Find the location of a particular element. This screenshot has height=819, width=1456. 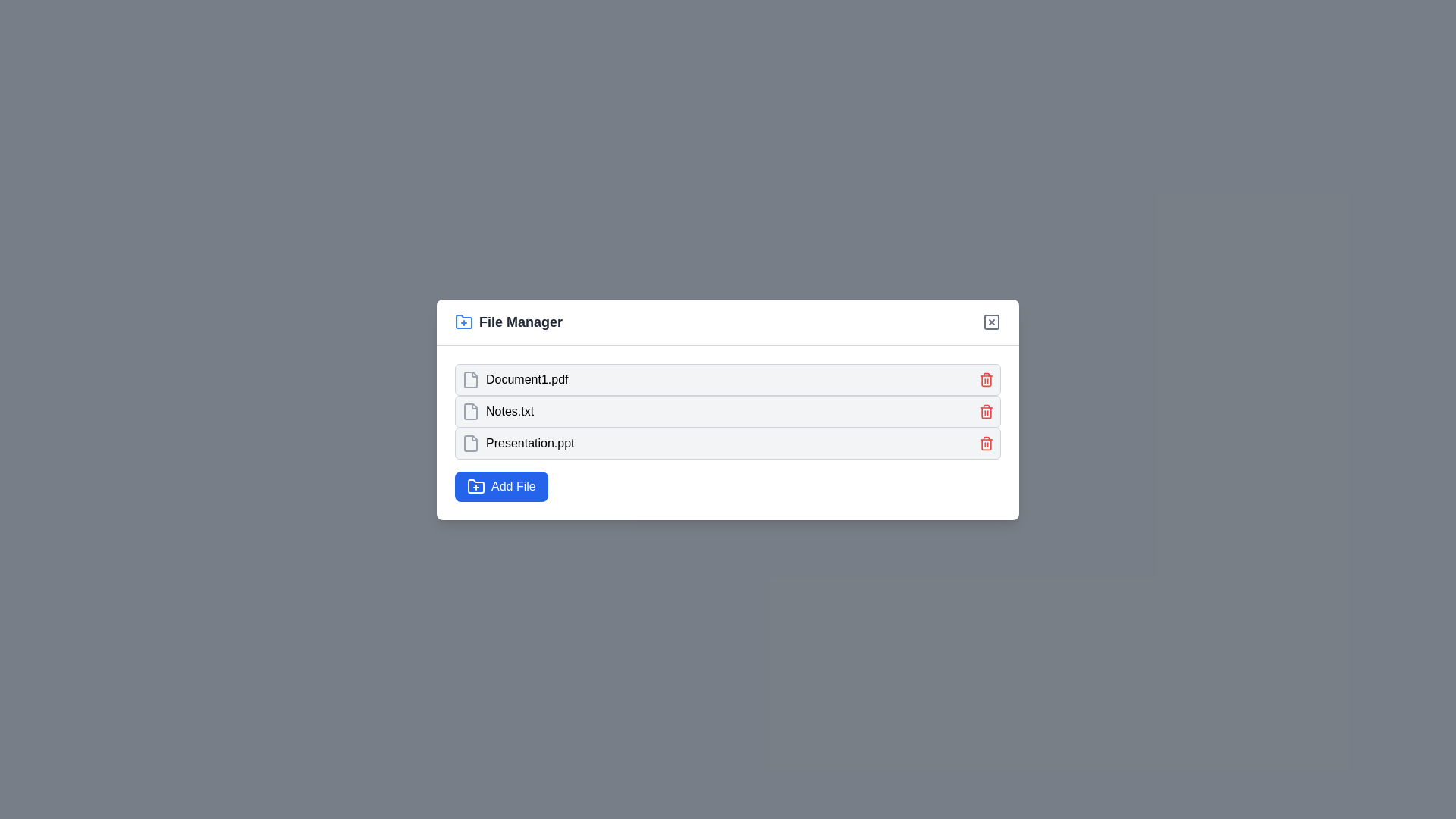

the icon element resembling a file outline, located to the far left of the row labeled 'Notes.txt' is located at coordinates (469, 411).